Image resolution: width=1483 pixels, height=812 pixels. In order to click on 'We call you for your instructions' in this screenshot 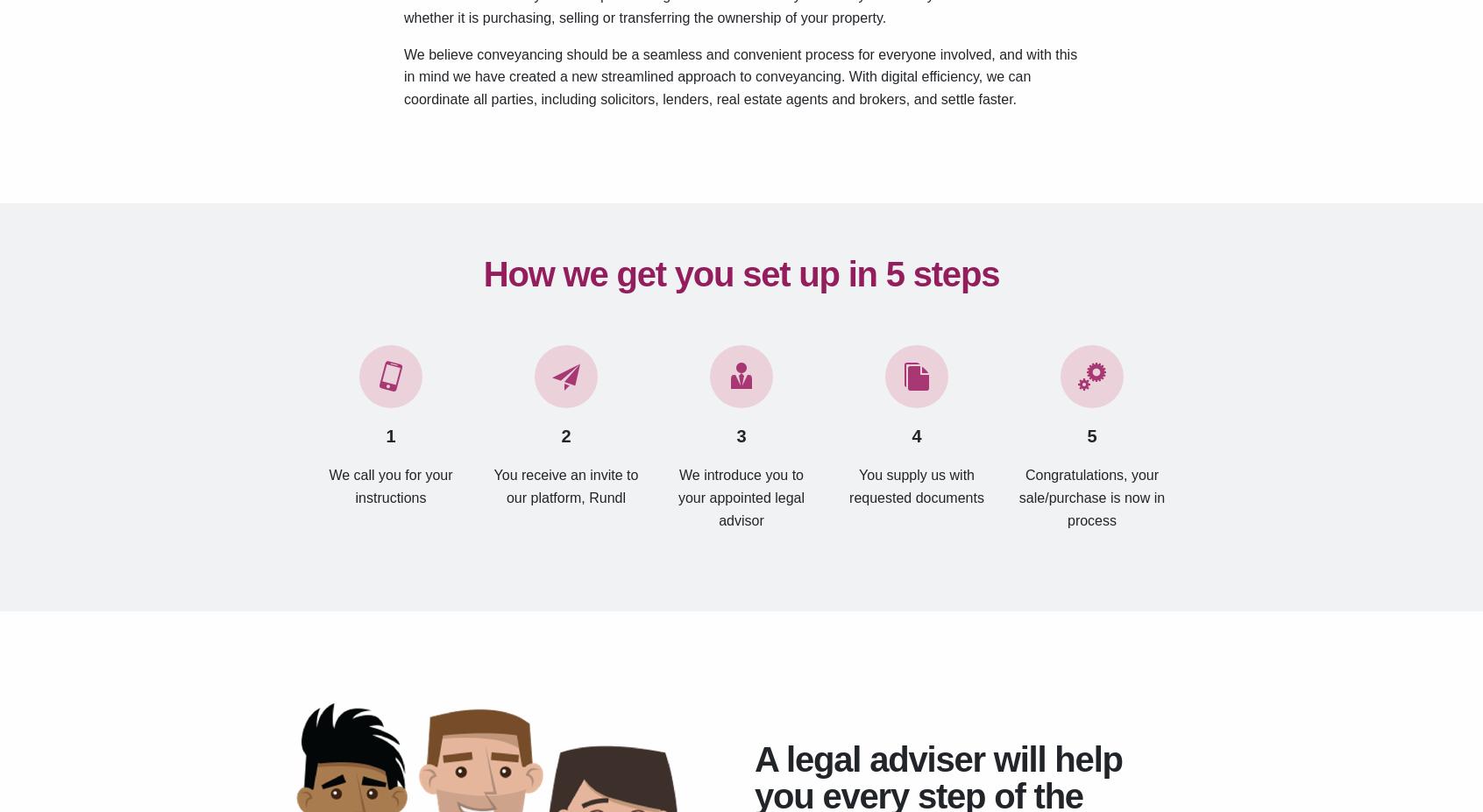, I will do `click(389, 485)`.